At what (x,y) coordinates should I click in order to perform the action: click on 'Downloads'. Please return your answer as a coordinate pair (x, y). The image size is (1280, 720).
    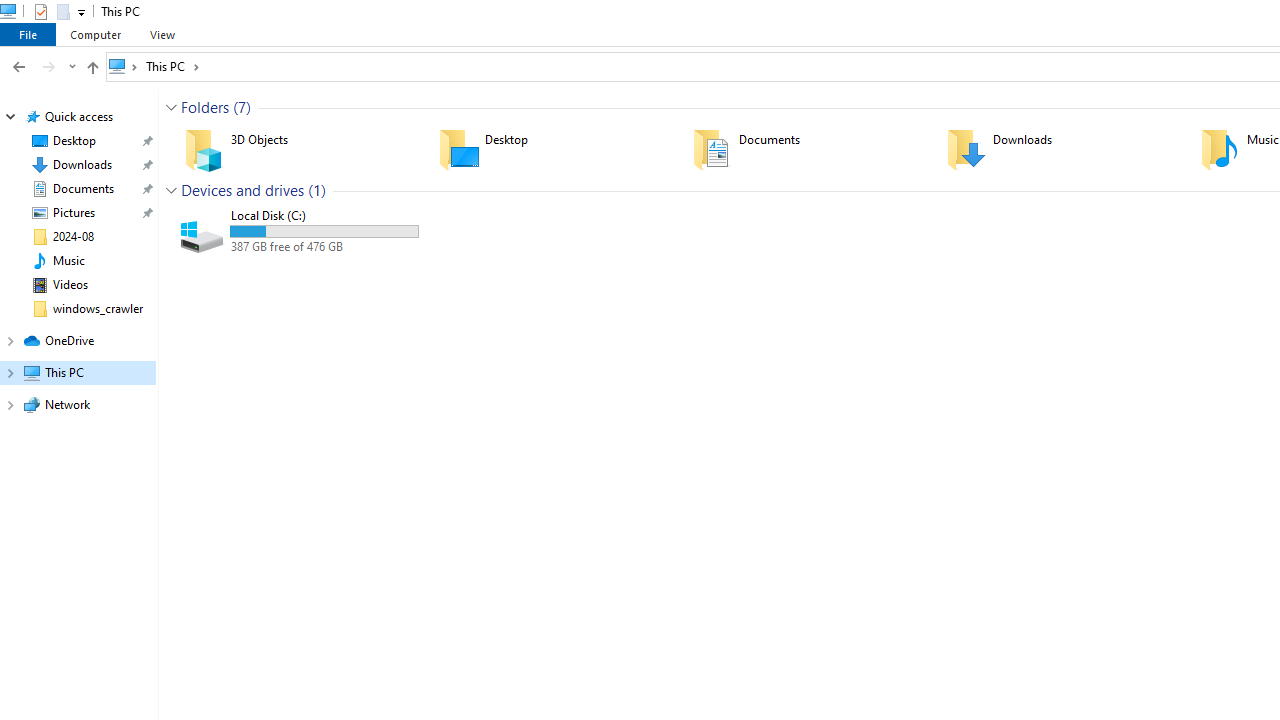
    Looking at the image, I should click on (1060, 148).